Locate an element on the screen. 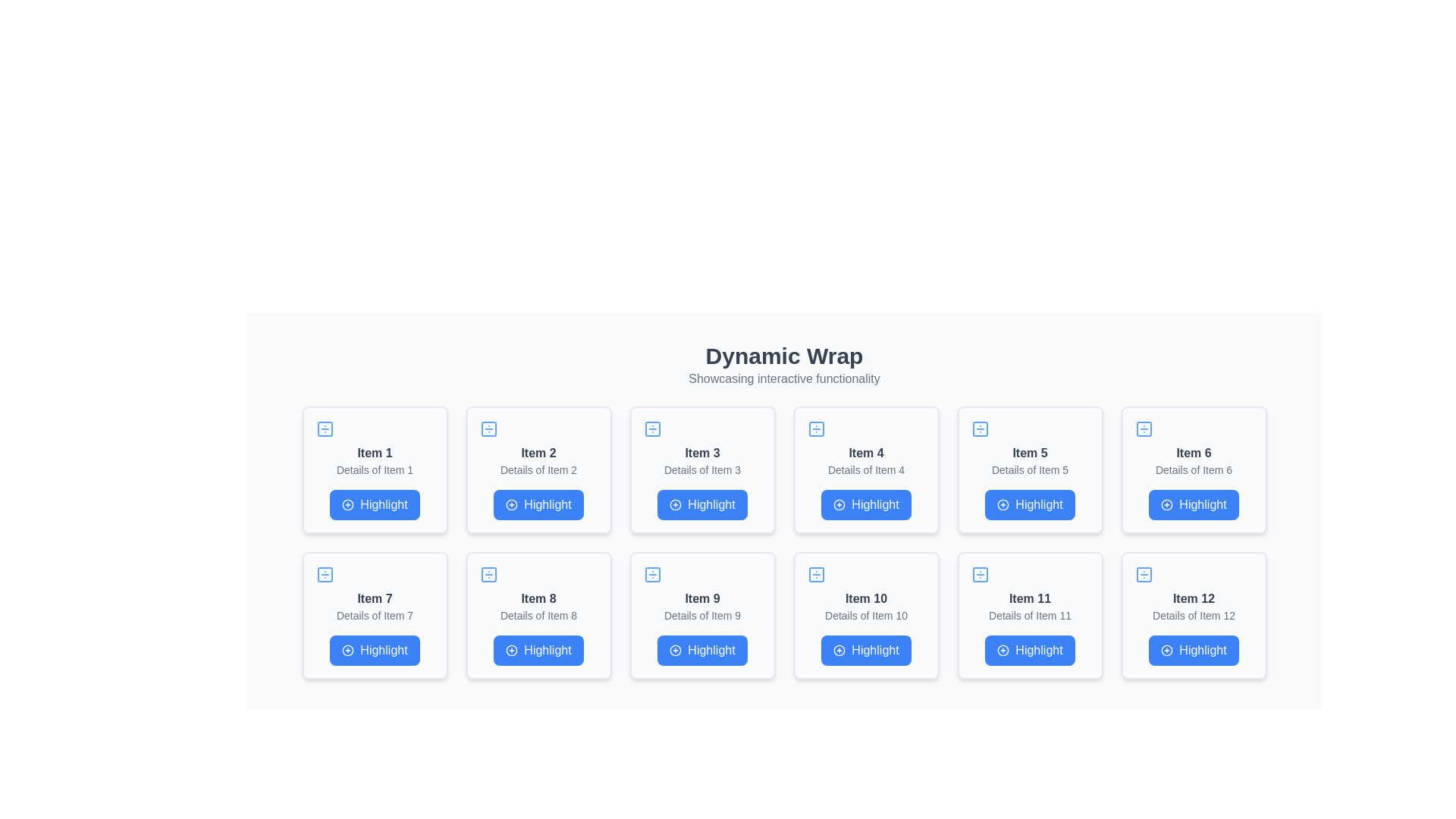 This screenshot has width=1456, height=819. the SVG icon of type 'circle-plus' located within the 'Highlight' button under the 'Item 10' card is located at coordinates (839, 649).